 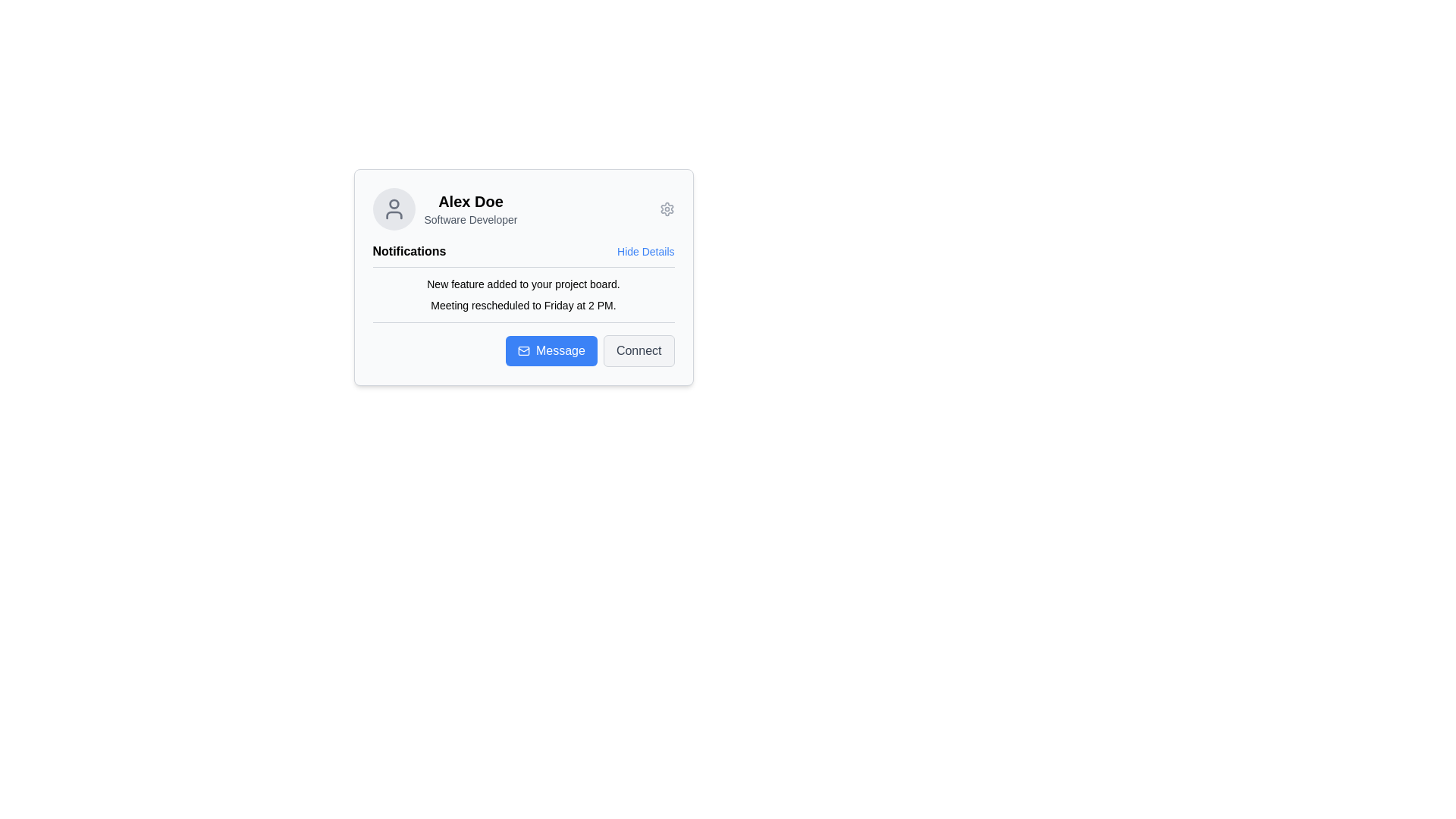 I want to click on the rectangular blue button labeled 'Message' with a mail envelope icon, located at the bottom-right section of the card interface, so click(x=523, y=350).